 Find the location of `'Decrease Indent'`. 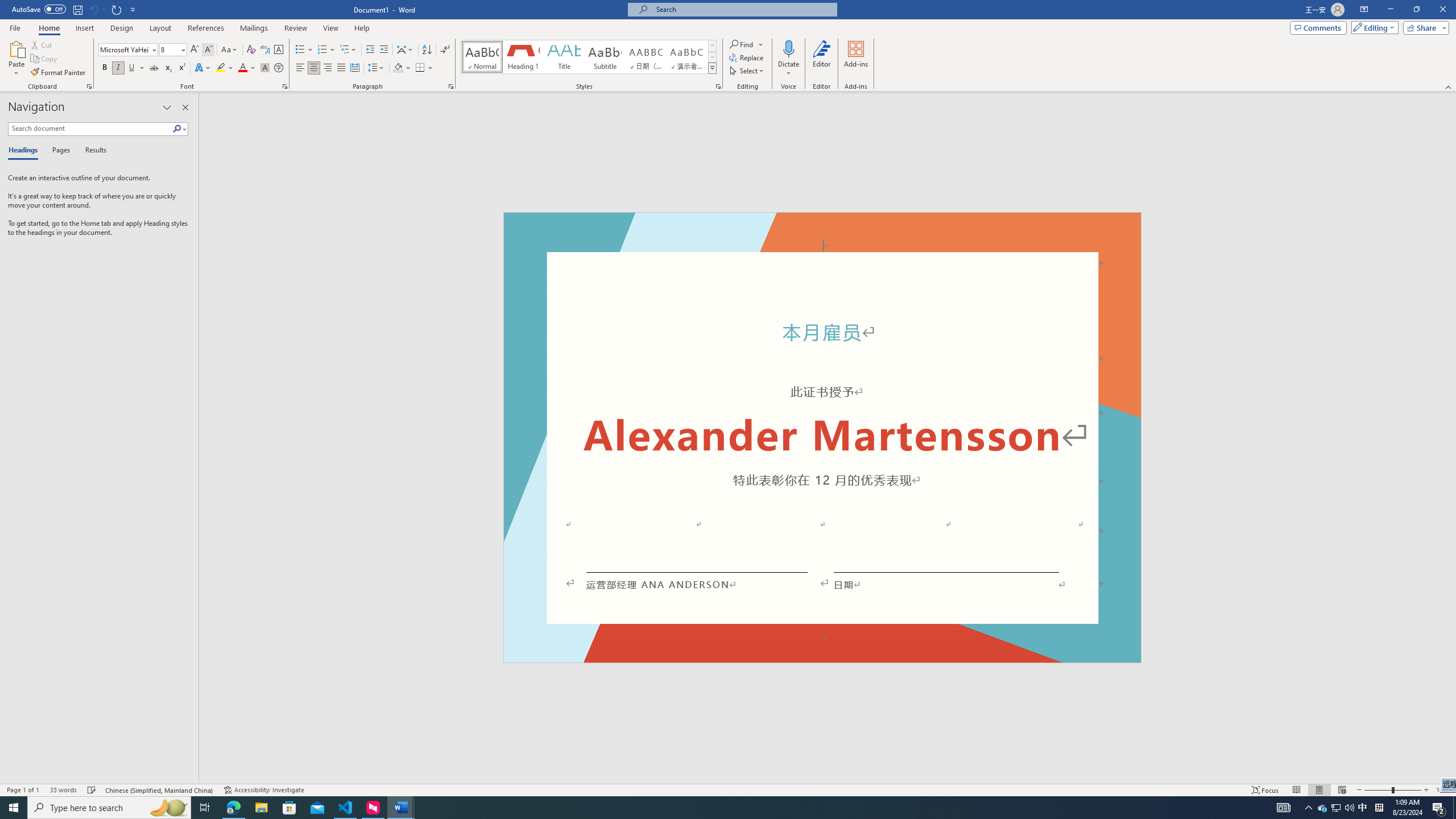

'Decrease Indent' is located at coordinates (370, 49).